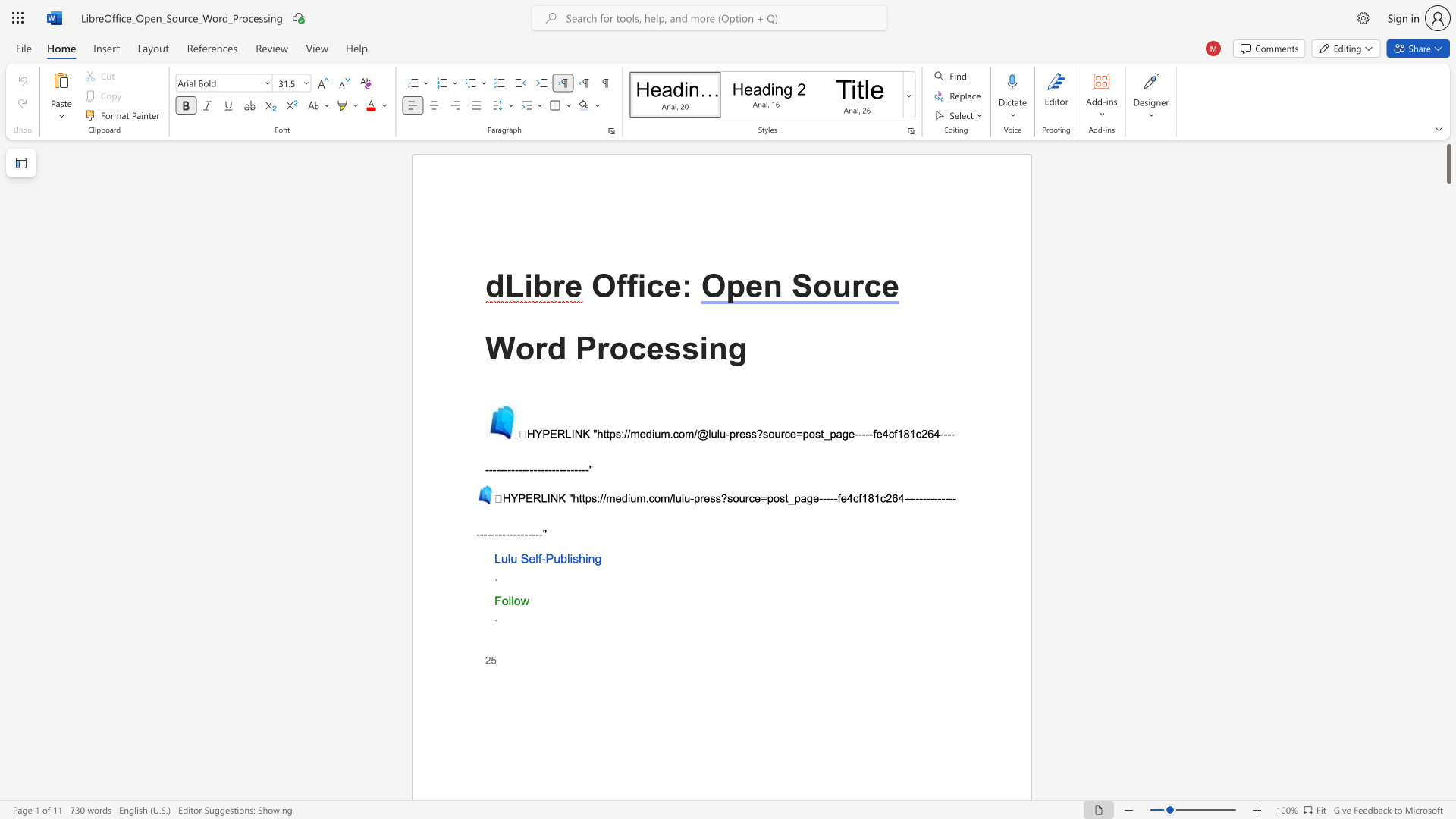  I want to click on the scrollbar to scroll the page down, so click(1448, 265).